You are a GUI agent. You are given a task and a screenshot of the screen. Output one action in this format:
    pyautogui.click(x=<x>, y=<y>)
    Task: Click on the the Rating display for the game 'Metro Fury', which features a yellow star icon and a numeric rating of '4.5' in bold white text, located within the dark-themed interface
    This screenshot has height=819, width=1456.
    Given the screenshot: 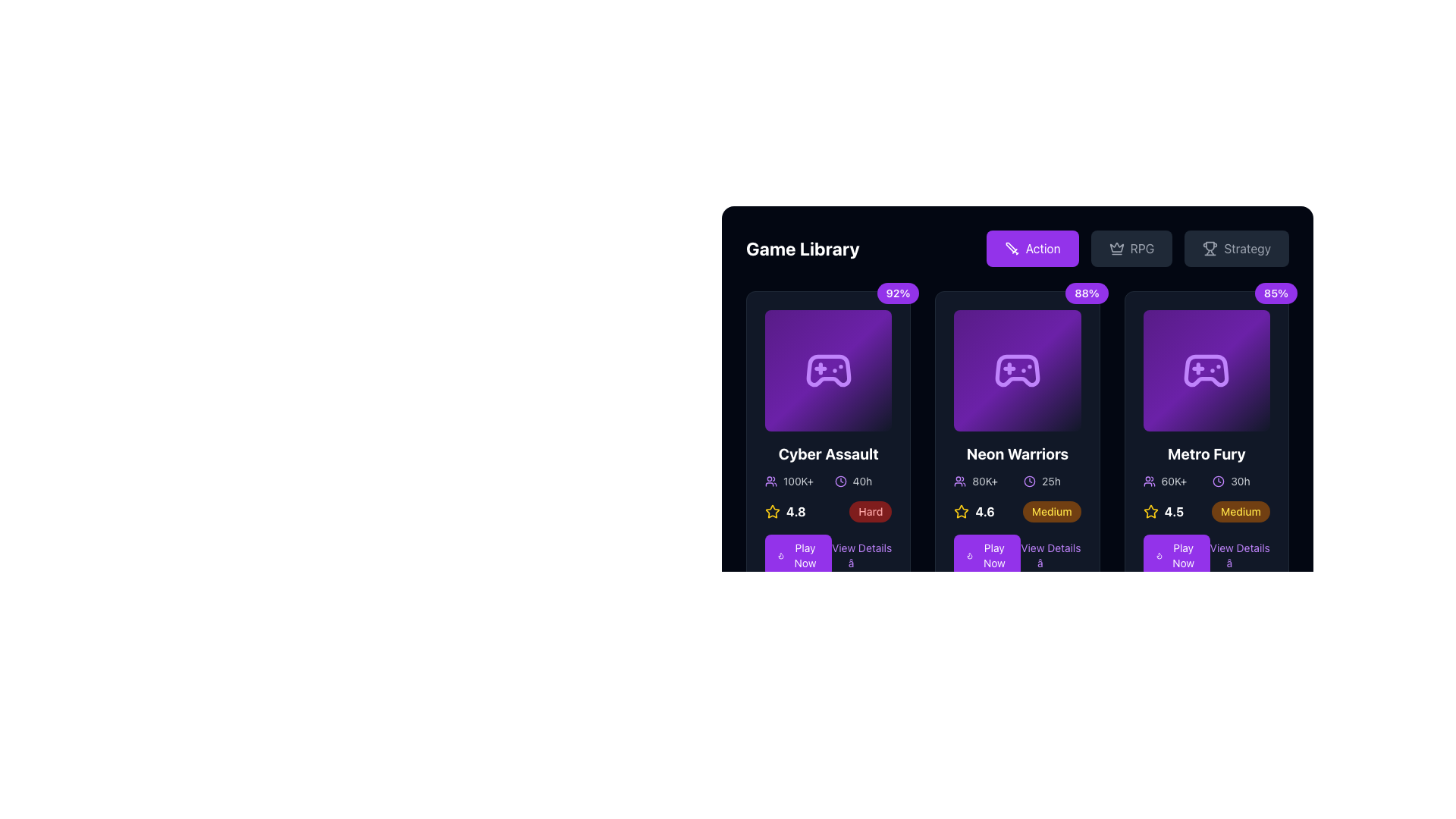 What is the action you would take?
    pyautogui.click(x=1163, y=512)
    